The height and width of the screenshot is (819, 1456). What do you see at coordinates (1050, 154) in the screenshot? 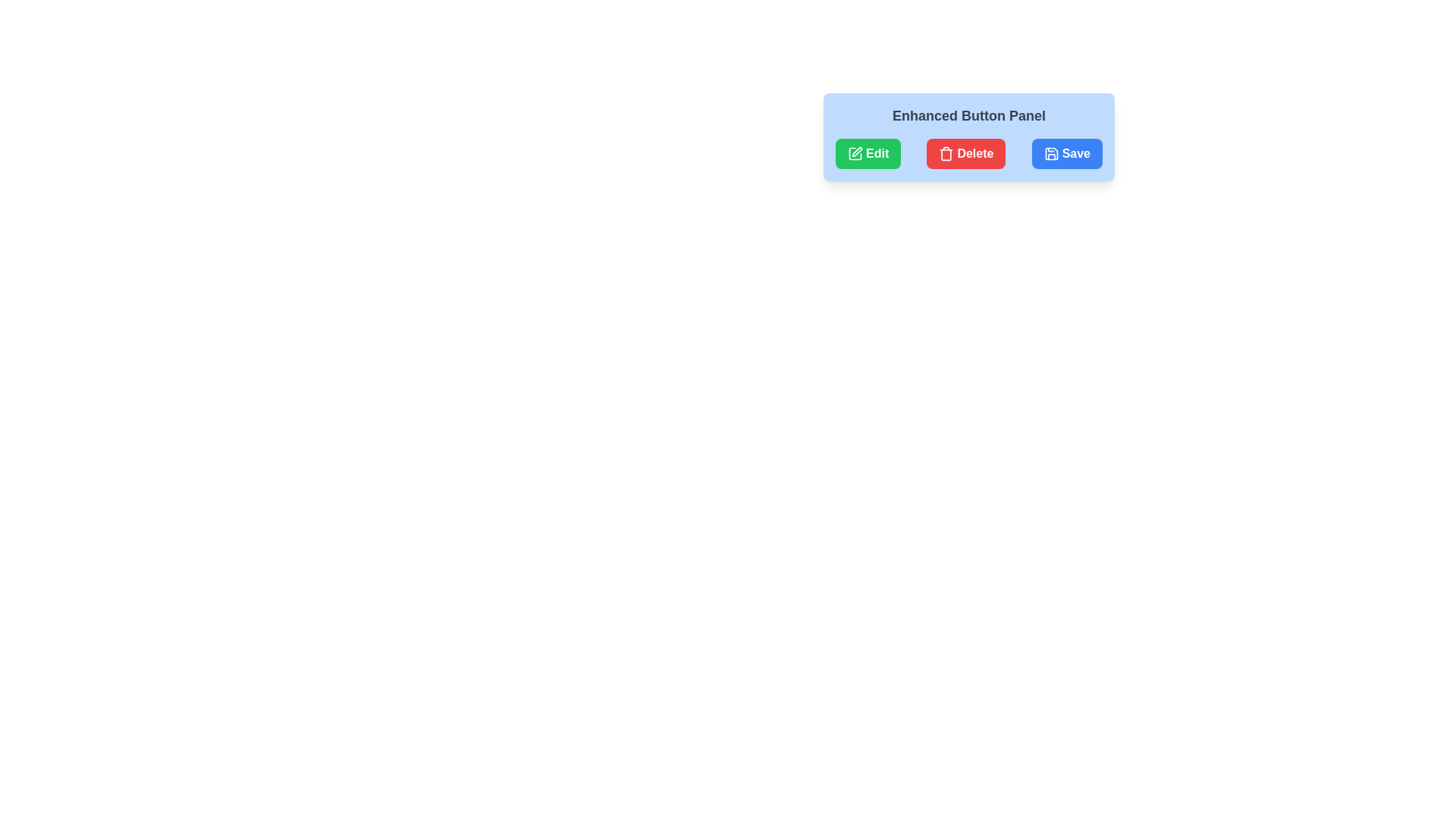
I see `the blue save icon resembling a diskette, located on the rightmost side of the horizontal button group adjacent to the Save button in the Enhanced Button Panel` at bounding box center [1050, 154].